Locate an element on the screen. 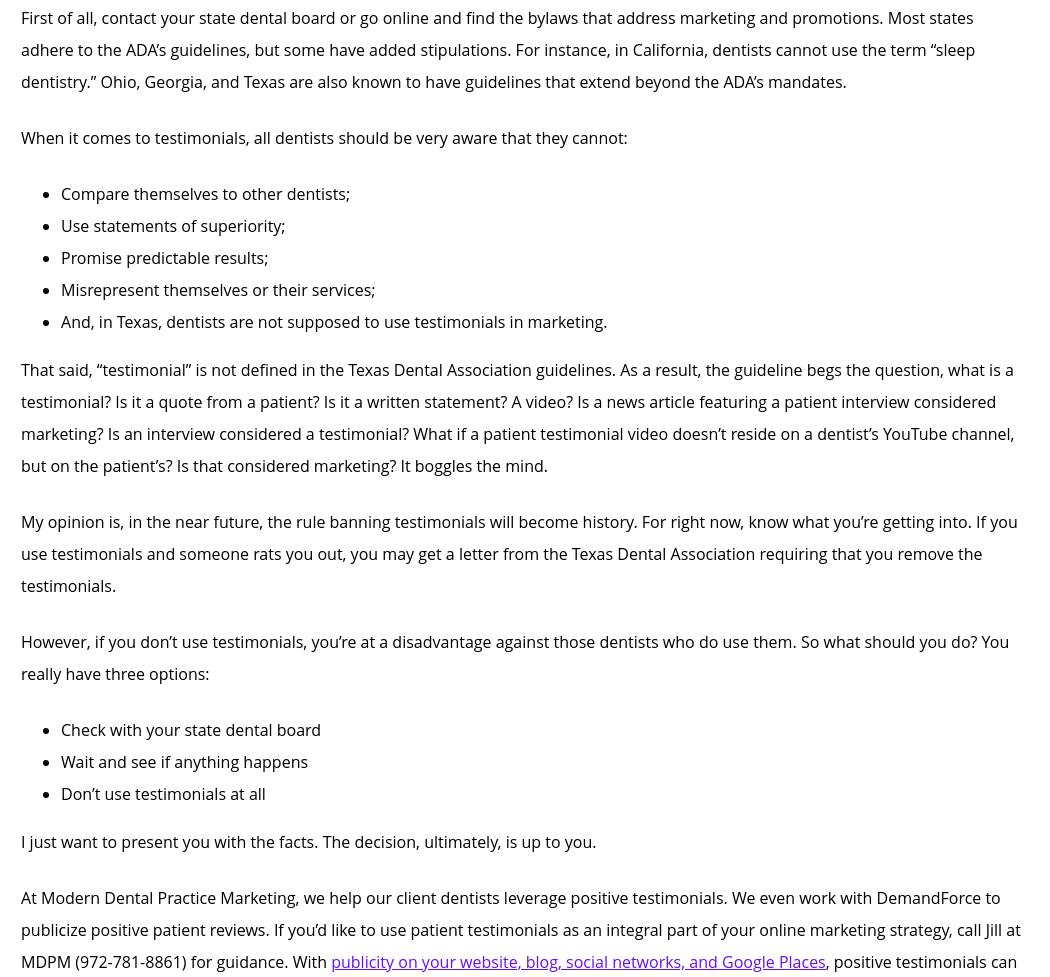 Image resolution: width=1050 pixels, height=977 pixels. 'Use statements of superiority;' is located at coordinates (173, 224).